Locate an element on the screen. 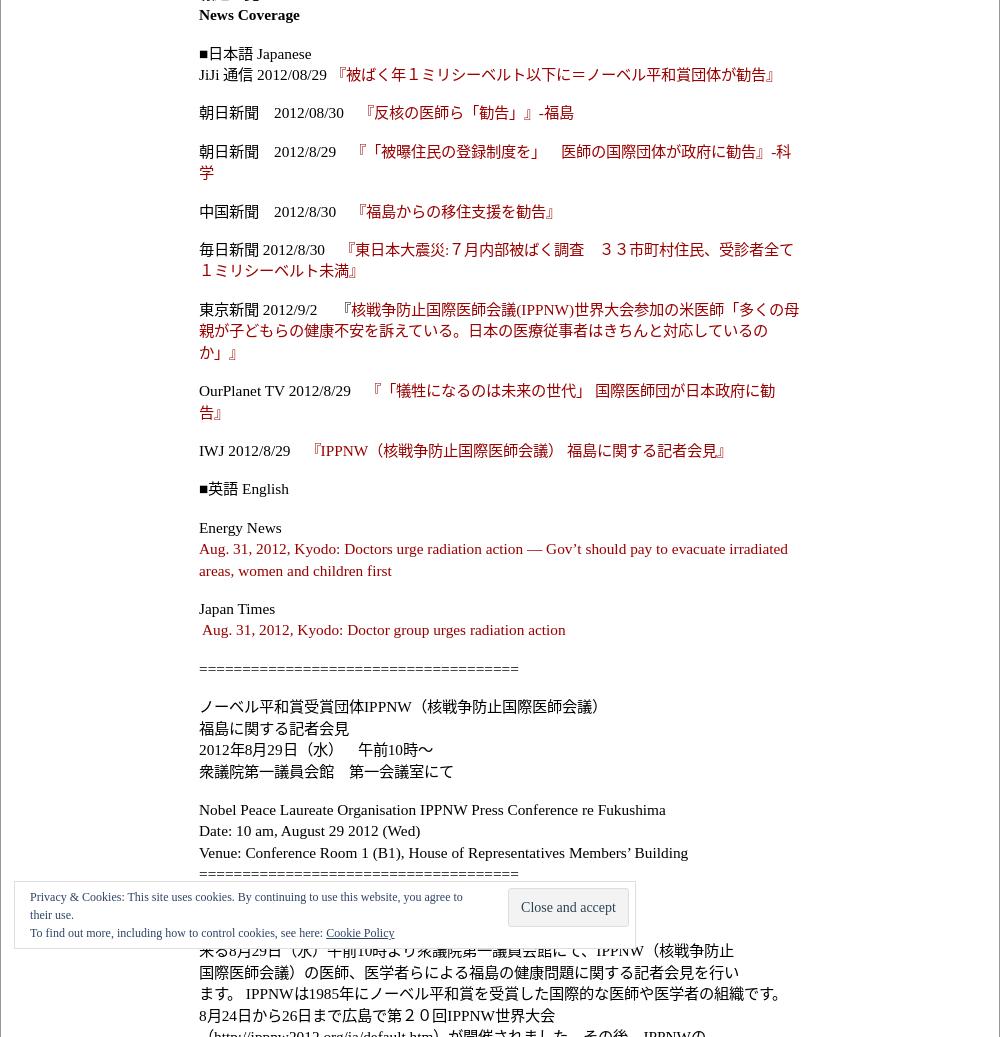 Image resolution: width=1001 pixels, height=1037 pixels. '来る8月29日（水）午前10時より衆議院第一議員会館にて、IPPNW（核戦争防止' is located at coordinates (466, 950).